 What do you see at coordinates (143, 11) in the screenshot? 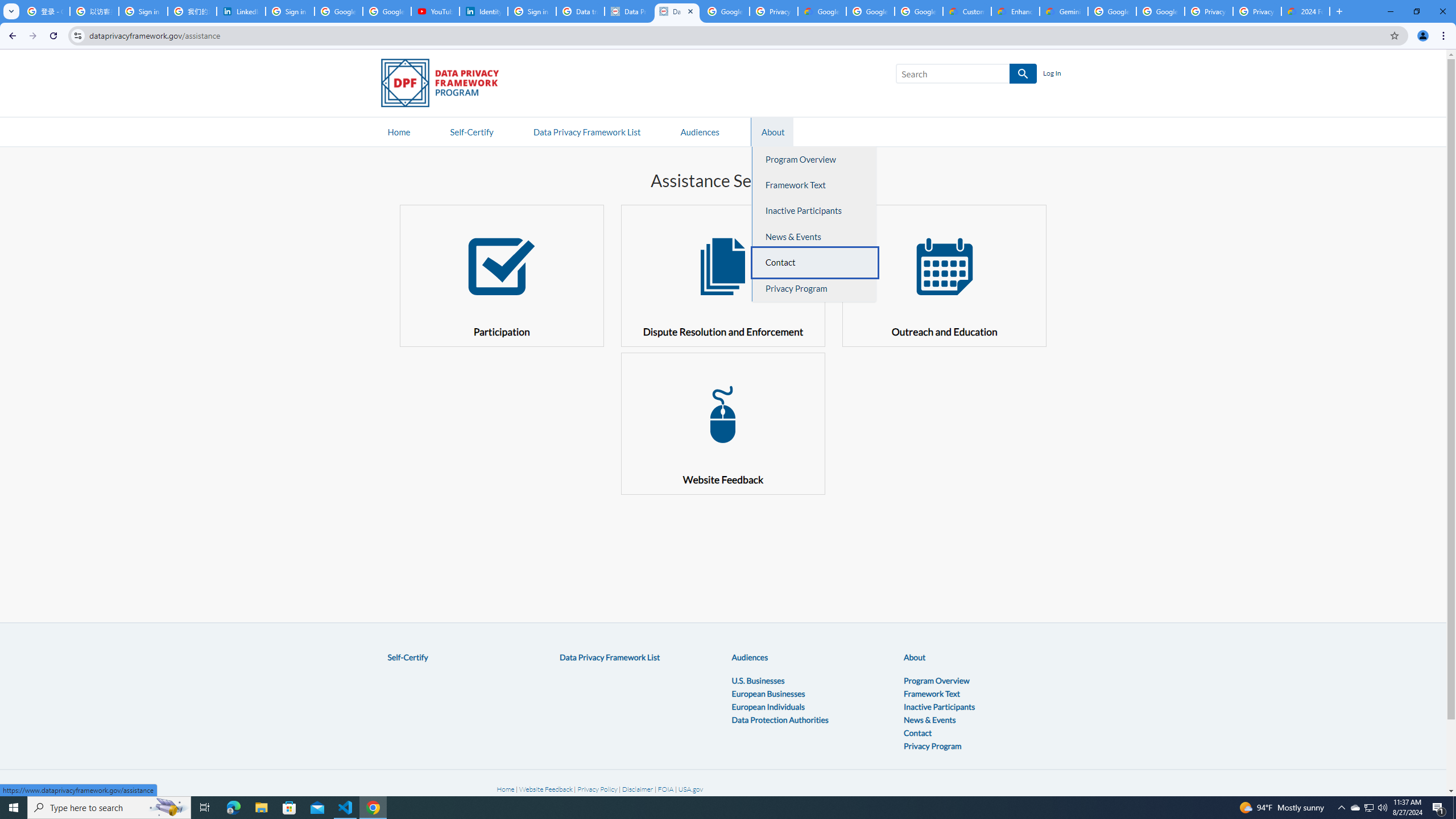
I see `'Sign in - Google Accounts'` at bounding box center [143, 11].